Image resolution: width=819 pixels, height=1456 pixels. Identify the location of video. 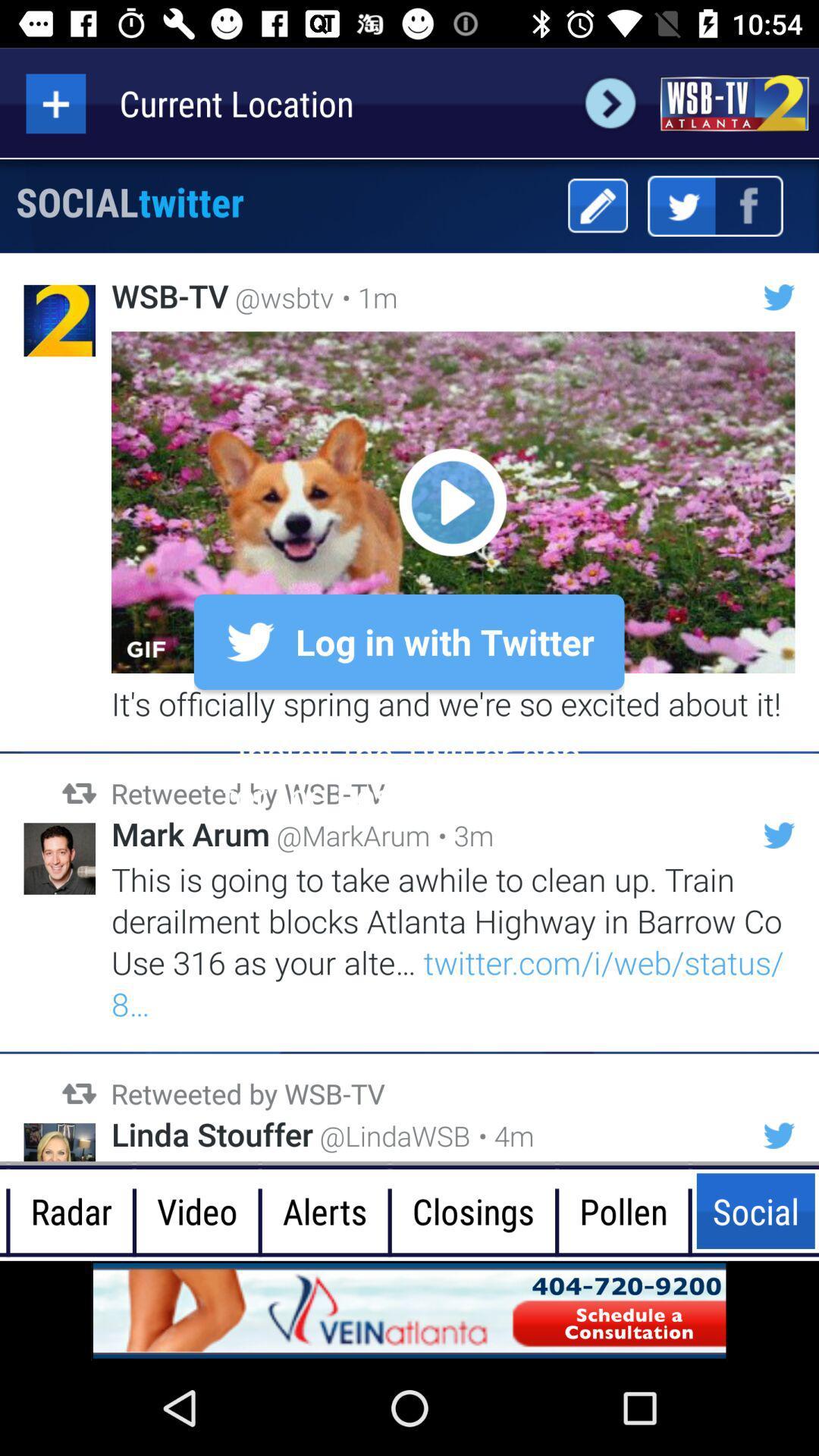
(452, 502).